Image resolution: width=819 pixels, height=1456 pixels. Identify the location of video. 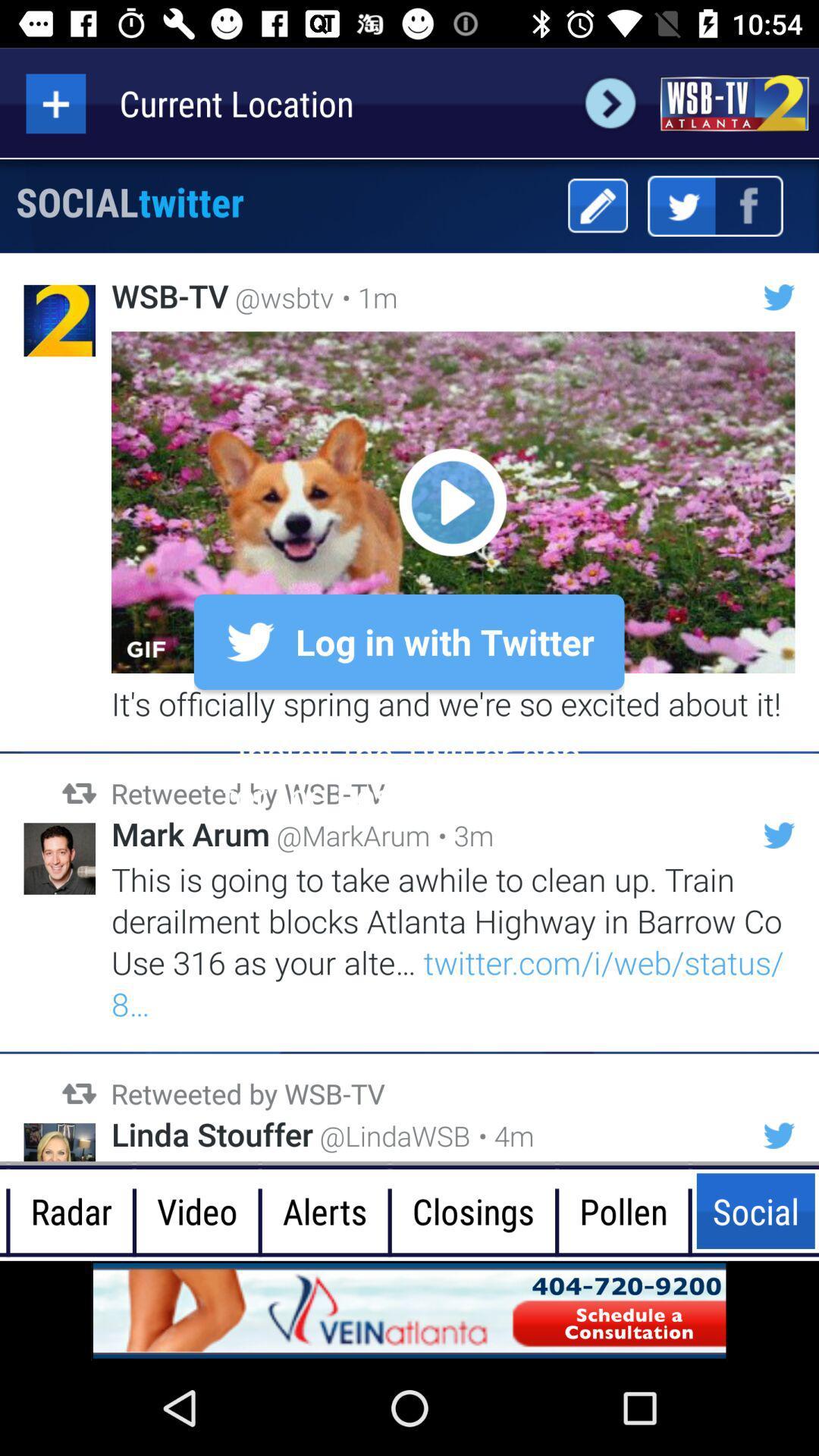
(452, 502).